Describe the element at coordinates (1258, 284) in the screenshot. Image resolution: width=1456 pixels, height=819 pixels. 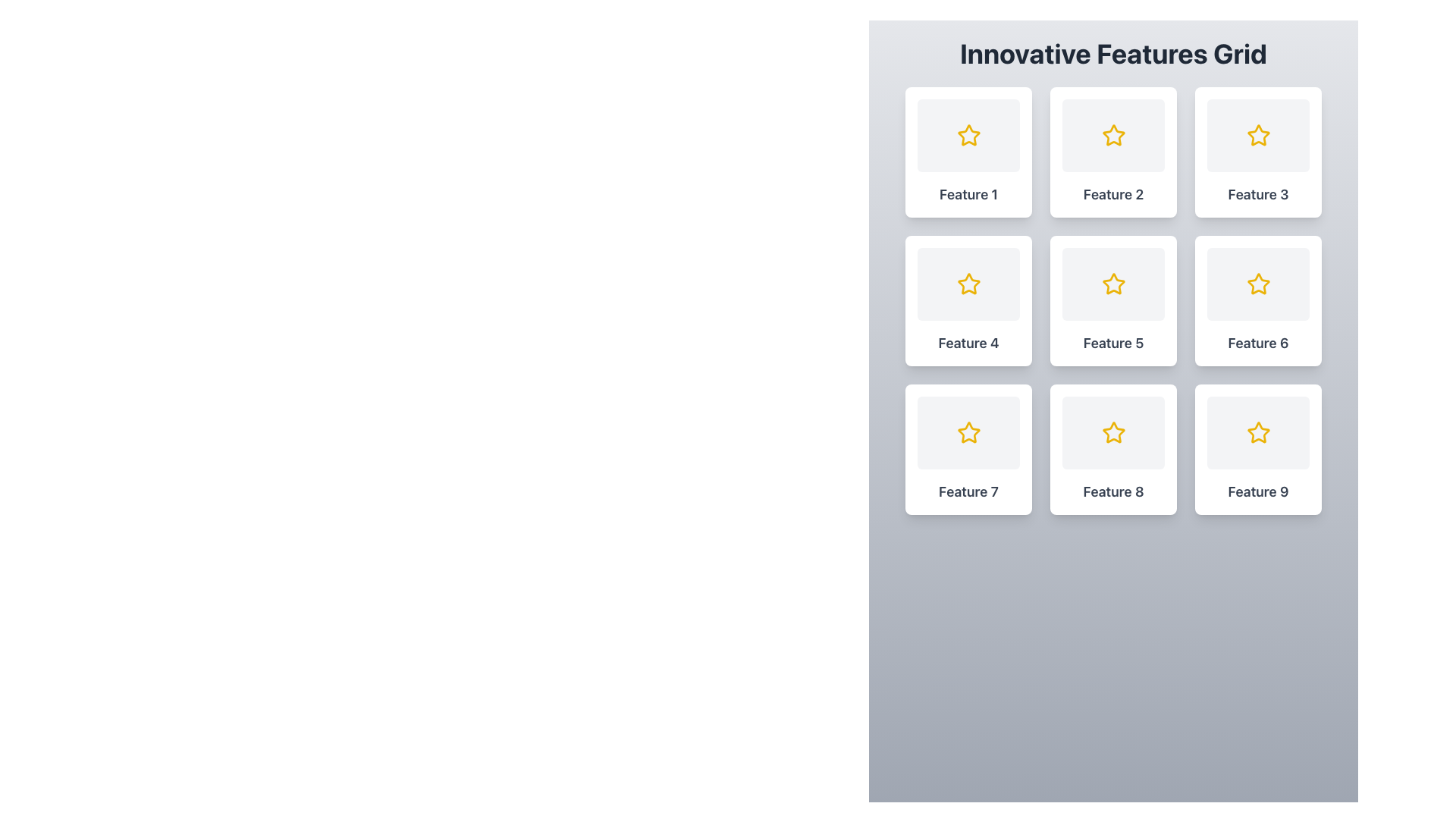
I see `the star icon in the second row and third column of the 'Innovative Features Grid'` at that location.